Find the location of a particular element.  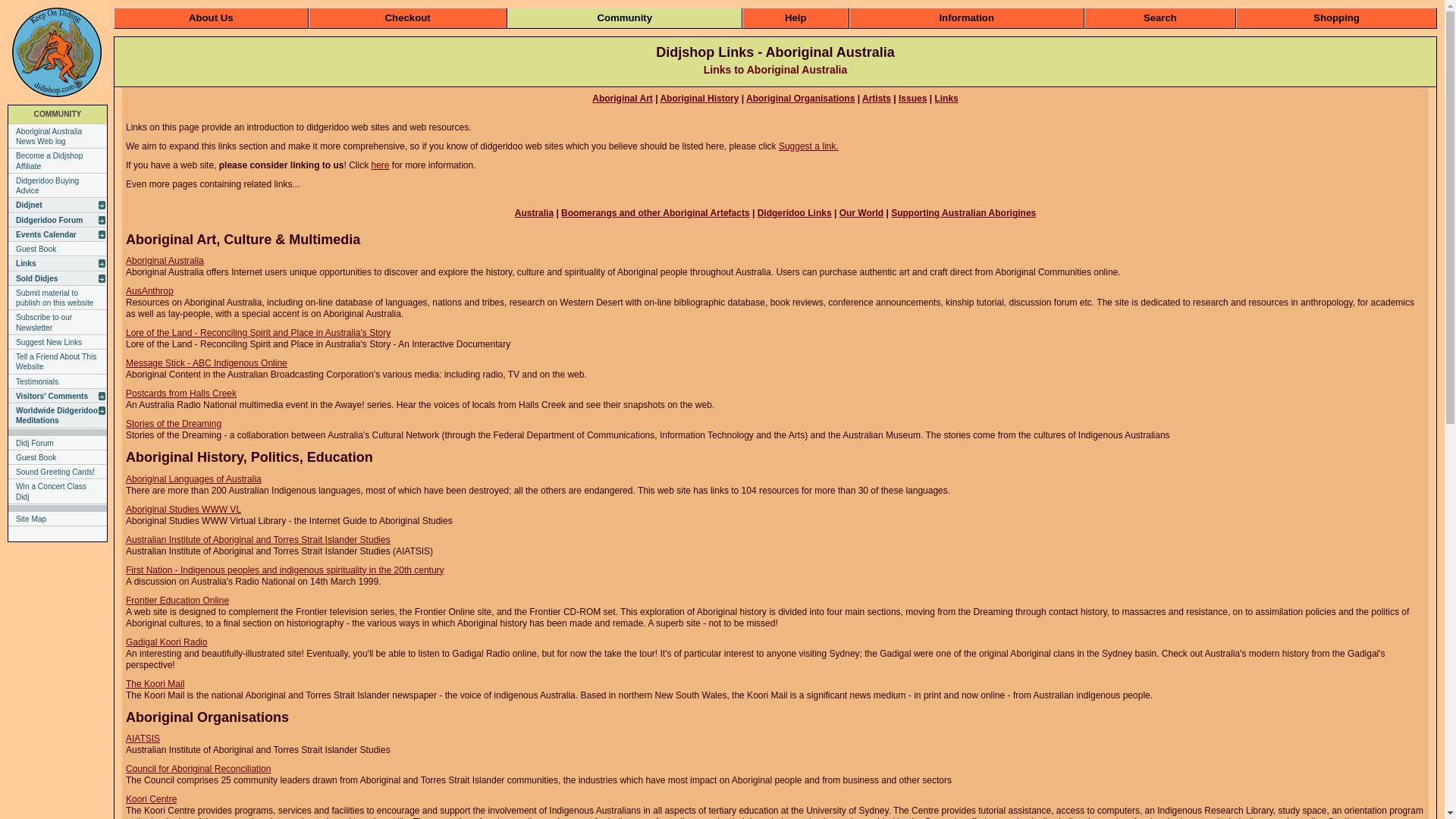

'AIATSIS' is located at coordinates (126, 738).